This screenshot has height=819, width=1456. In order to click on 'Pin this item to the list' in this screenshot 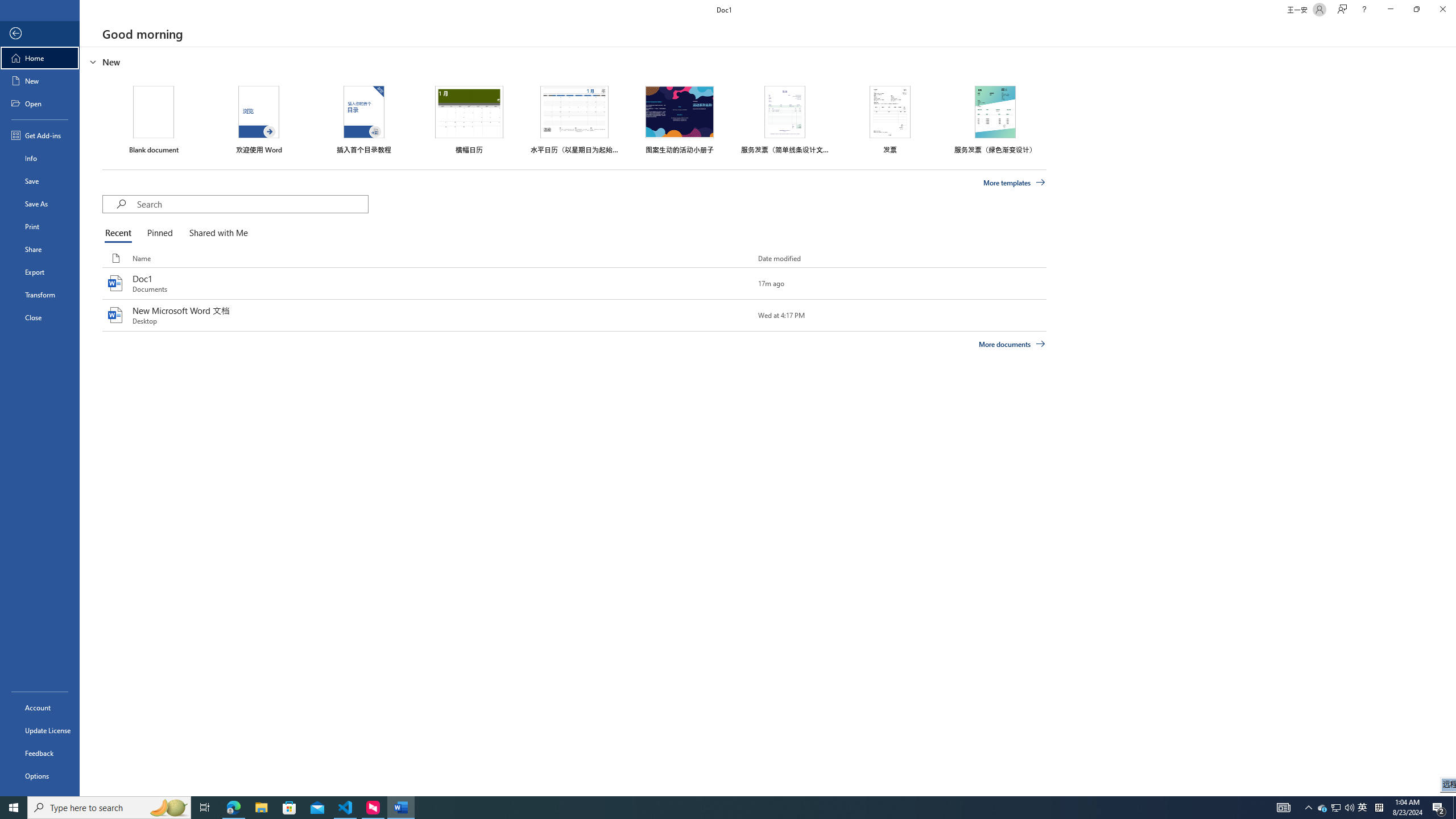, I will do `click(739, 314)`.